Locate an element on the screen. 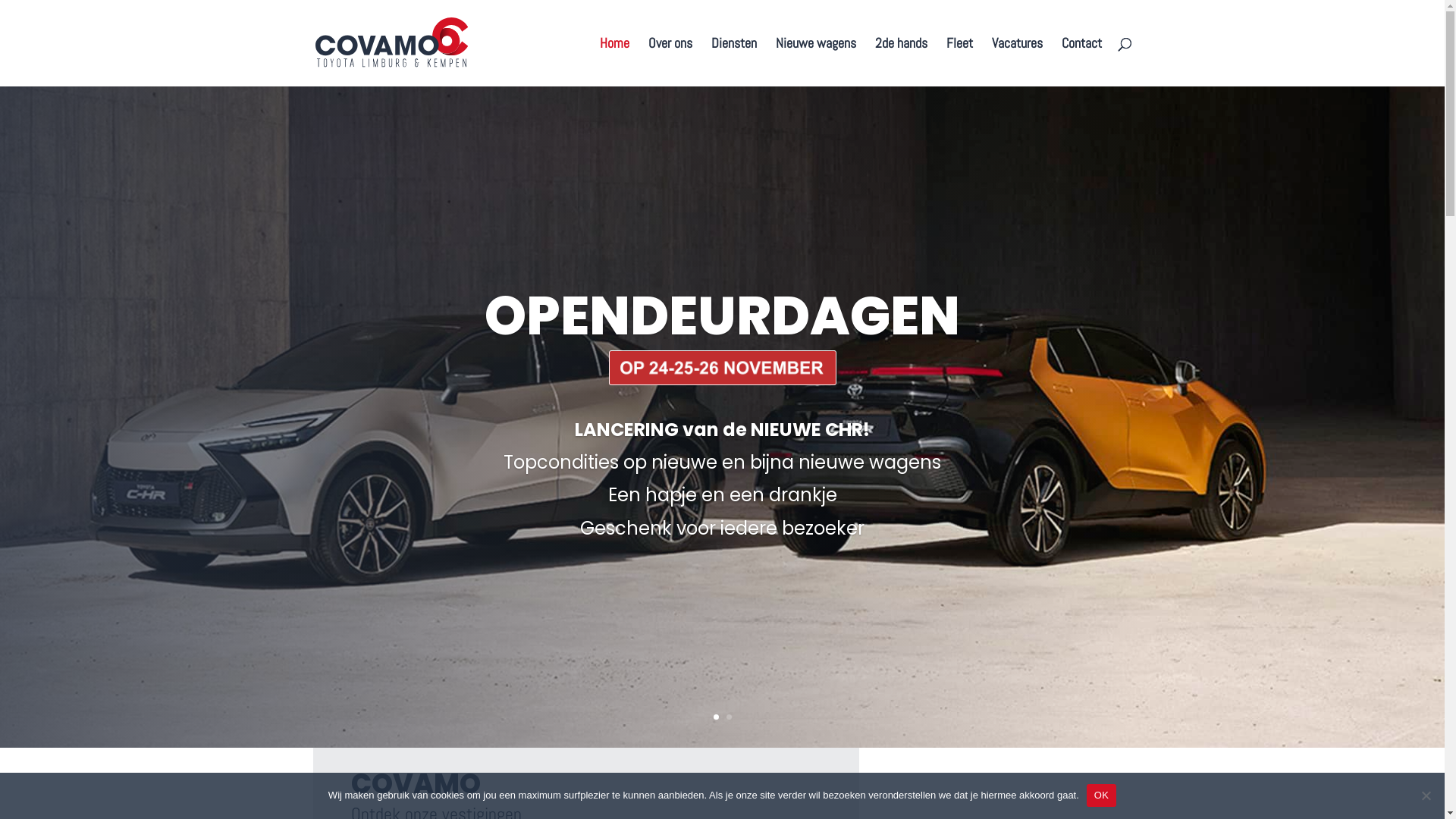 This screenshot has width=1456, height=819. '2' is located at coordinates (729, 717).